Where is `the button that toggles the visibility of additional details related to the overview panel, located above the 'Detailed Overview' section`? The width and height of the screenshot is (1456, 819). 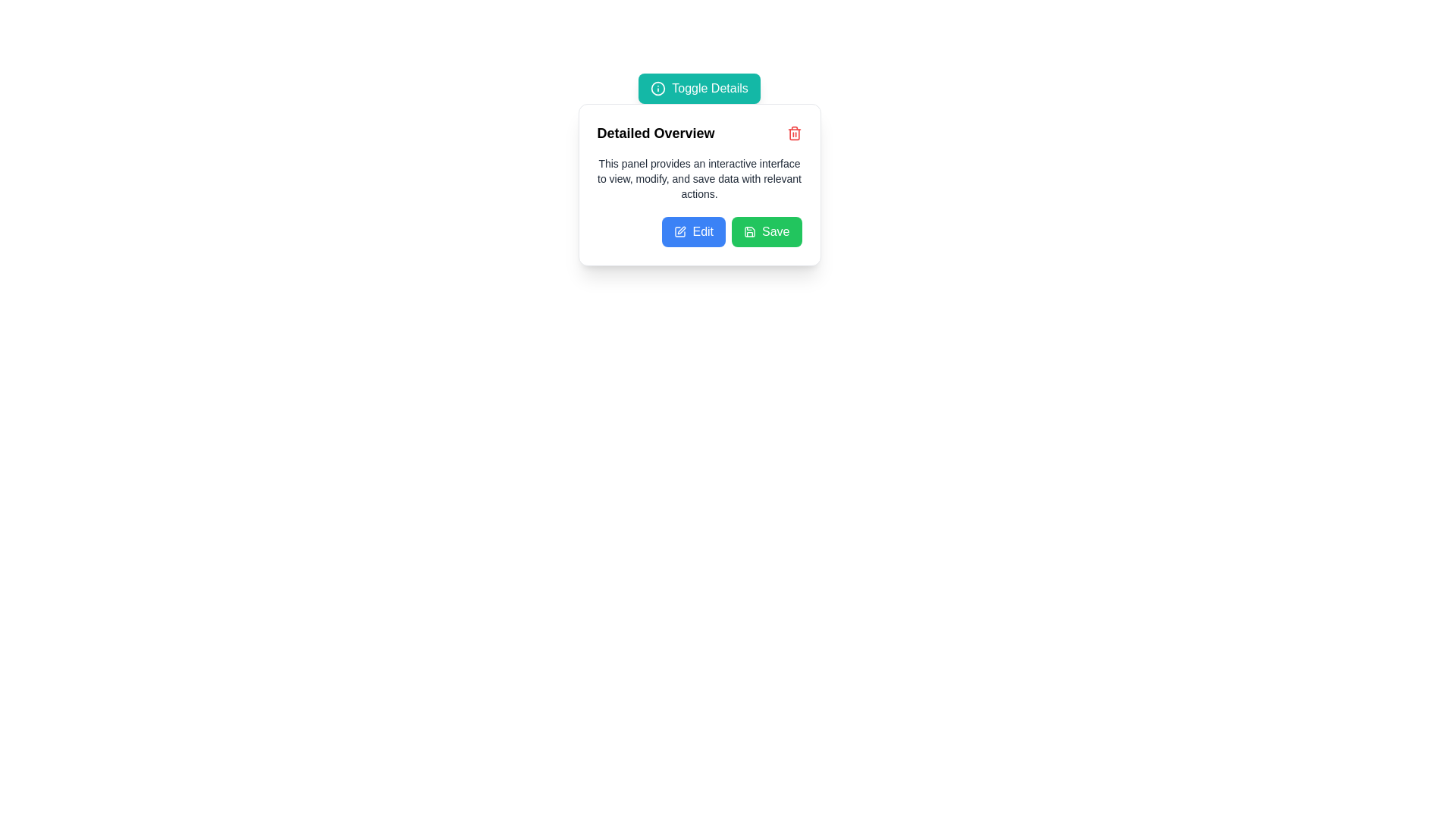 the button that toggles the visibility of additional details related to the overview panel, located above the 'Detailed Overview' section is located at coordinates (698, 88).